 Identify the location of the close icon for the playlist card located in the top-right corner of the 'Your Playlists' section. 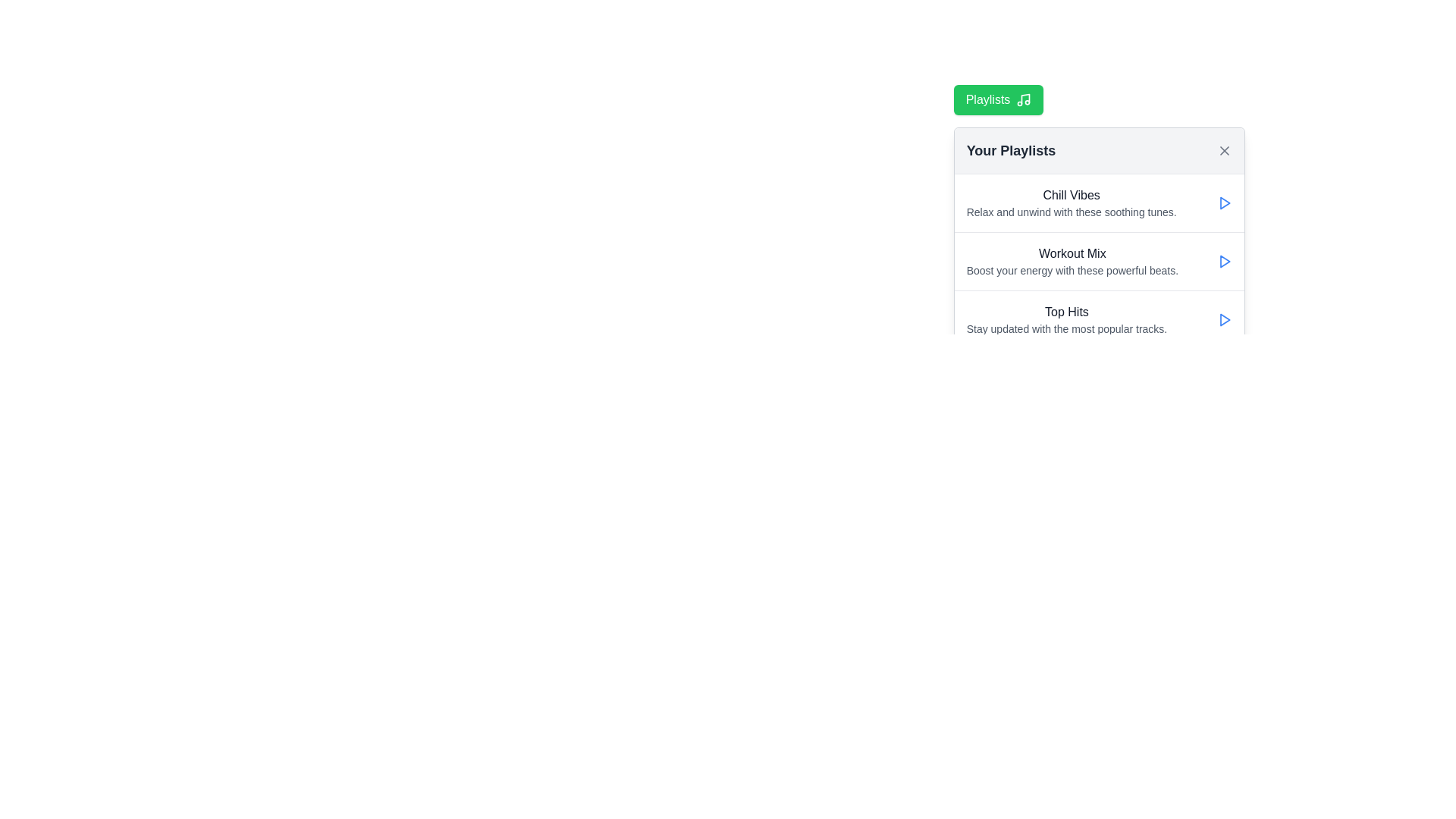
(1224, 151).